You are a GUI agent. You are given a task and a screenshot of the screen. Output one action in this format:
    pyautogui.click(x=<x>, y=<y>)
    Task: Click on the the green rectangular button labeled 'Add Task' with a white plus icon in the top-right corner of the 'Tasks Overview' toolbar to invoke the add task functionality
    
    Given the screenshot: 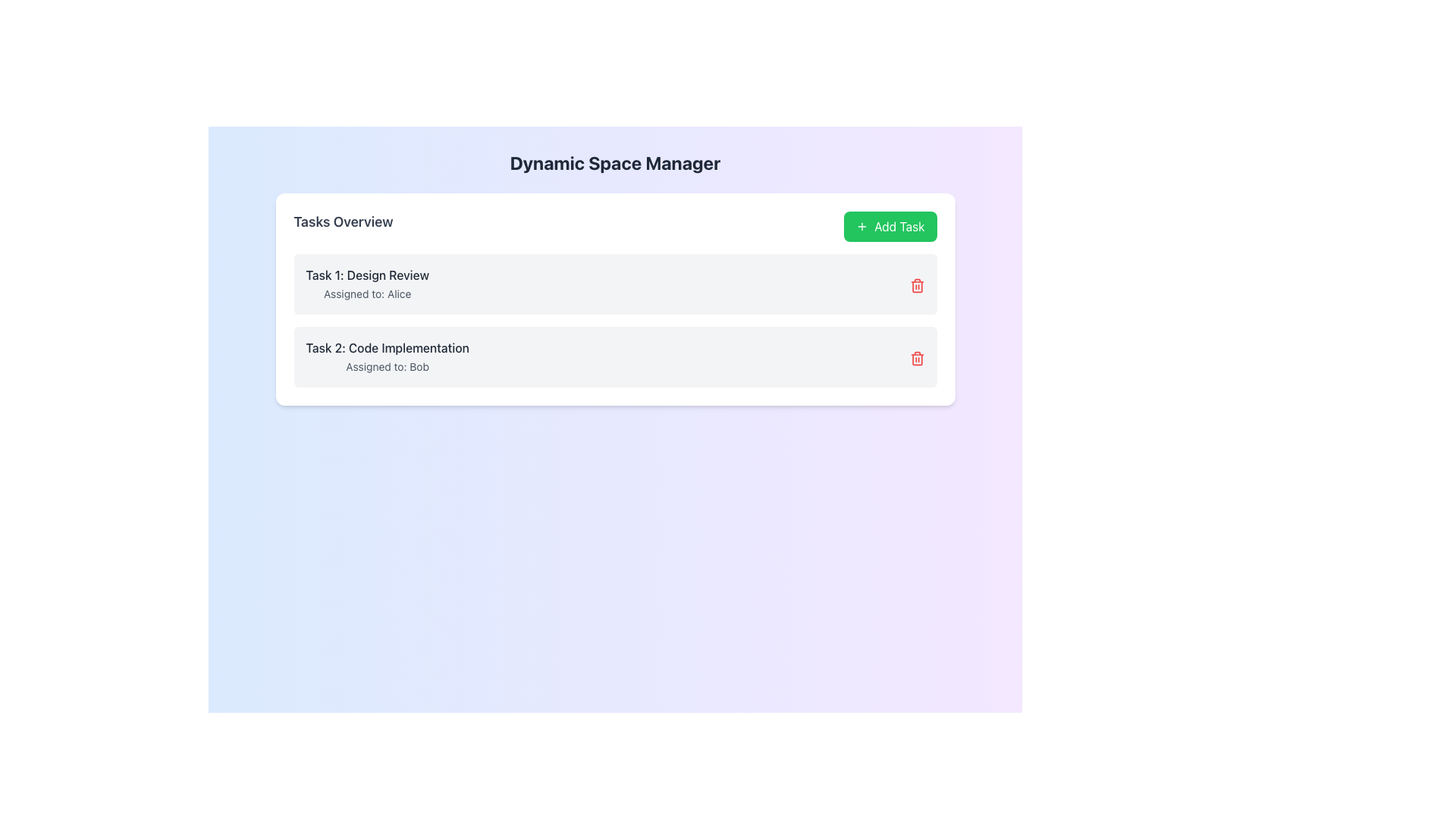 What is the action you would take?
    pyautogui.click(x=890, y=227)
    